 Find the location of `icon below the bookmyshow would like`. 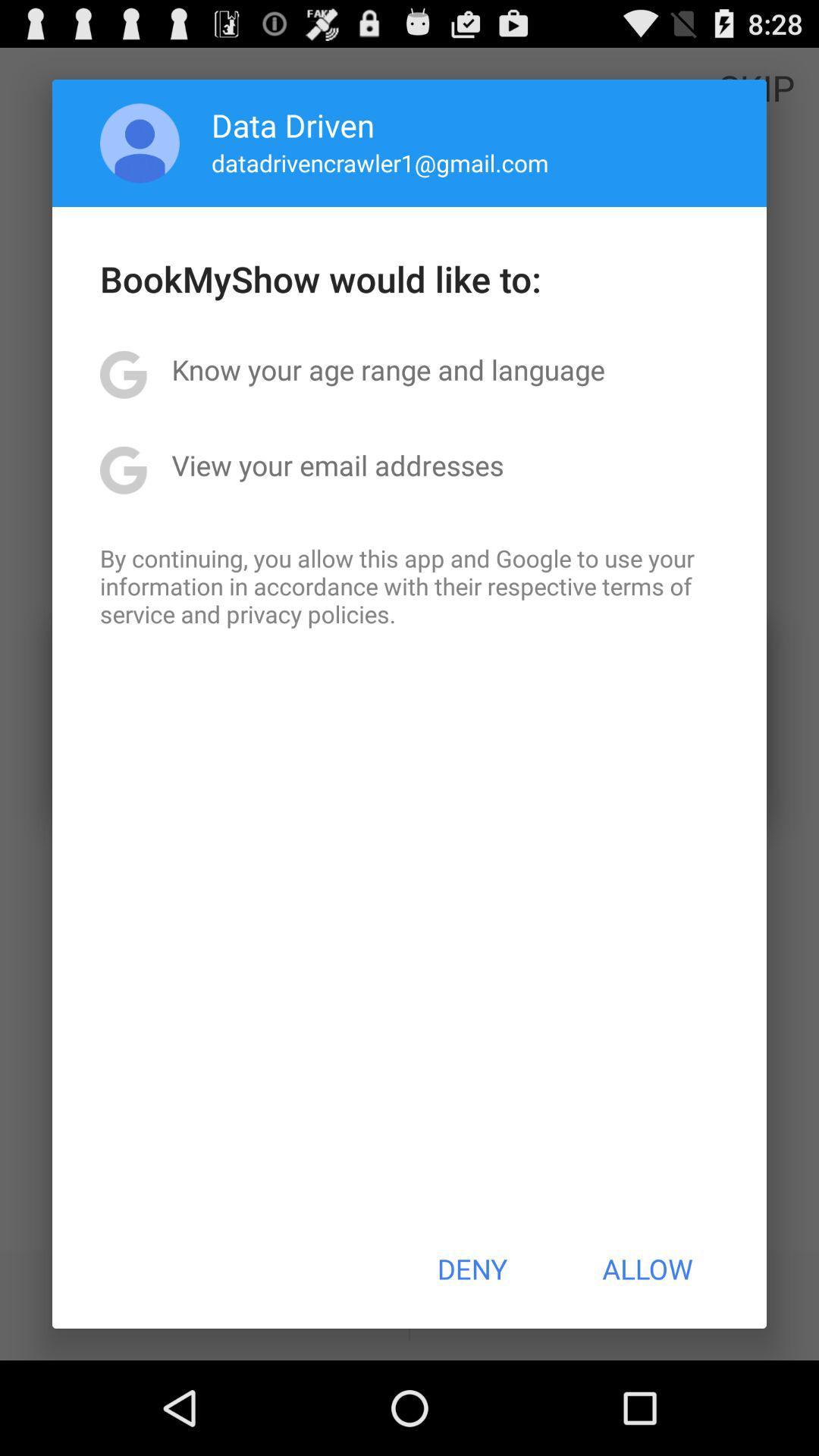

icon below the bookmyshow would like is located at coordinates (388, 369).